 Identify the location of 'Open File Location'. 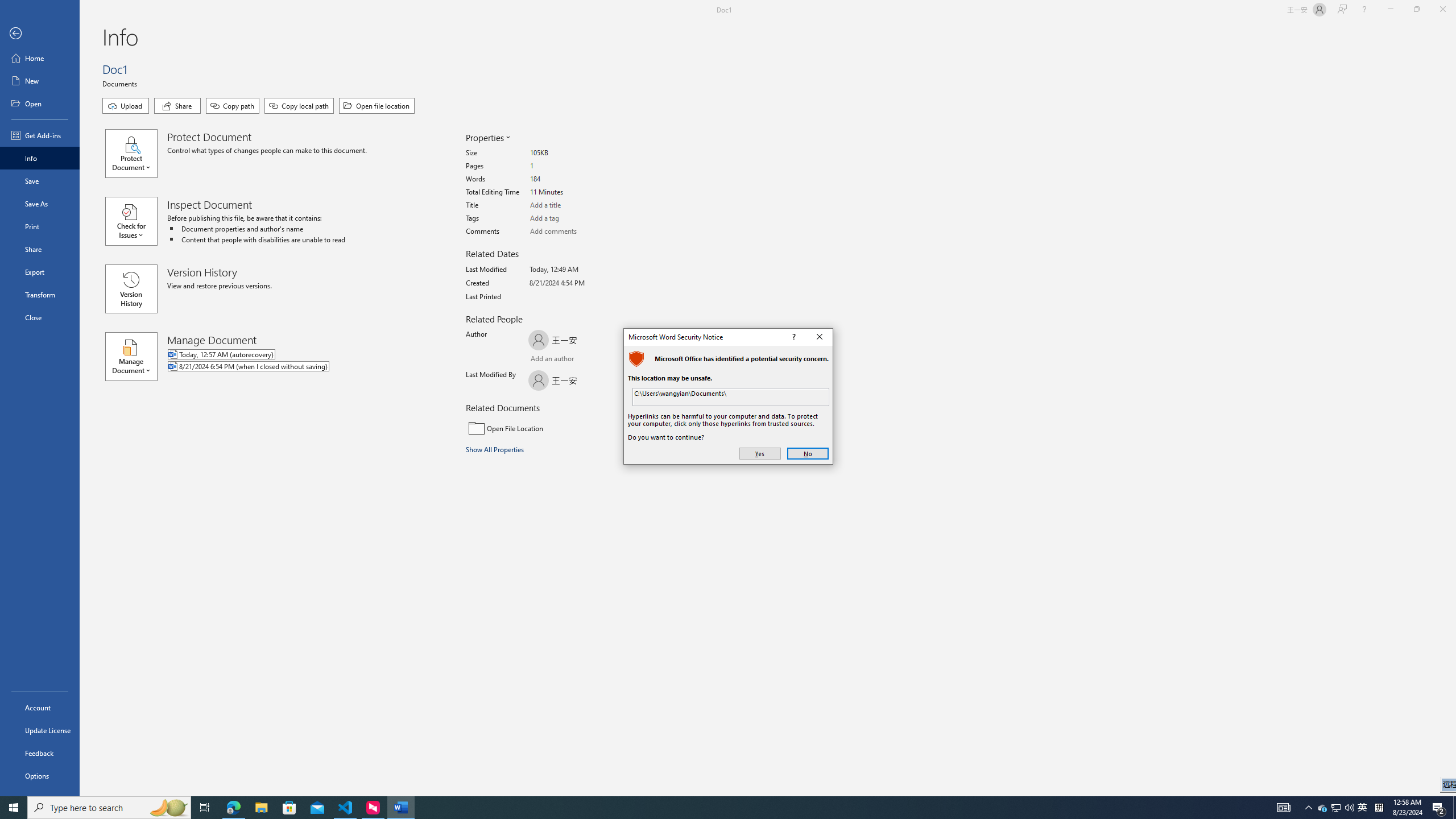
(542, 428).